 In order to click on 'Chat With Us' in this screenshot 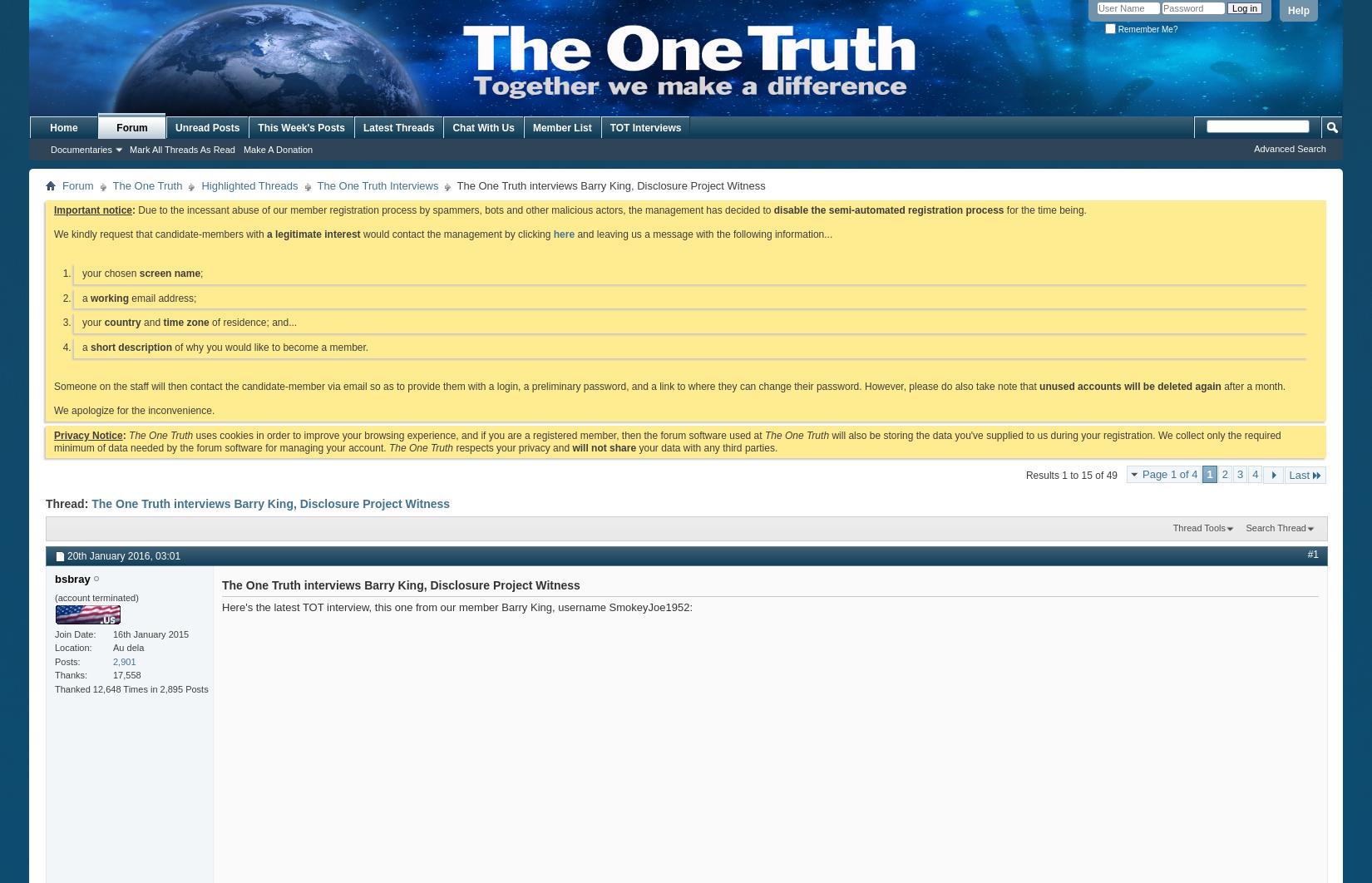, I will do `click(481, 127)`.